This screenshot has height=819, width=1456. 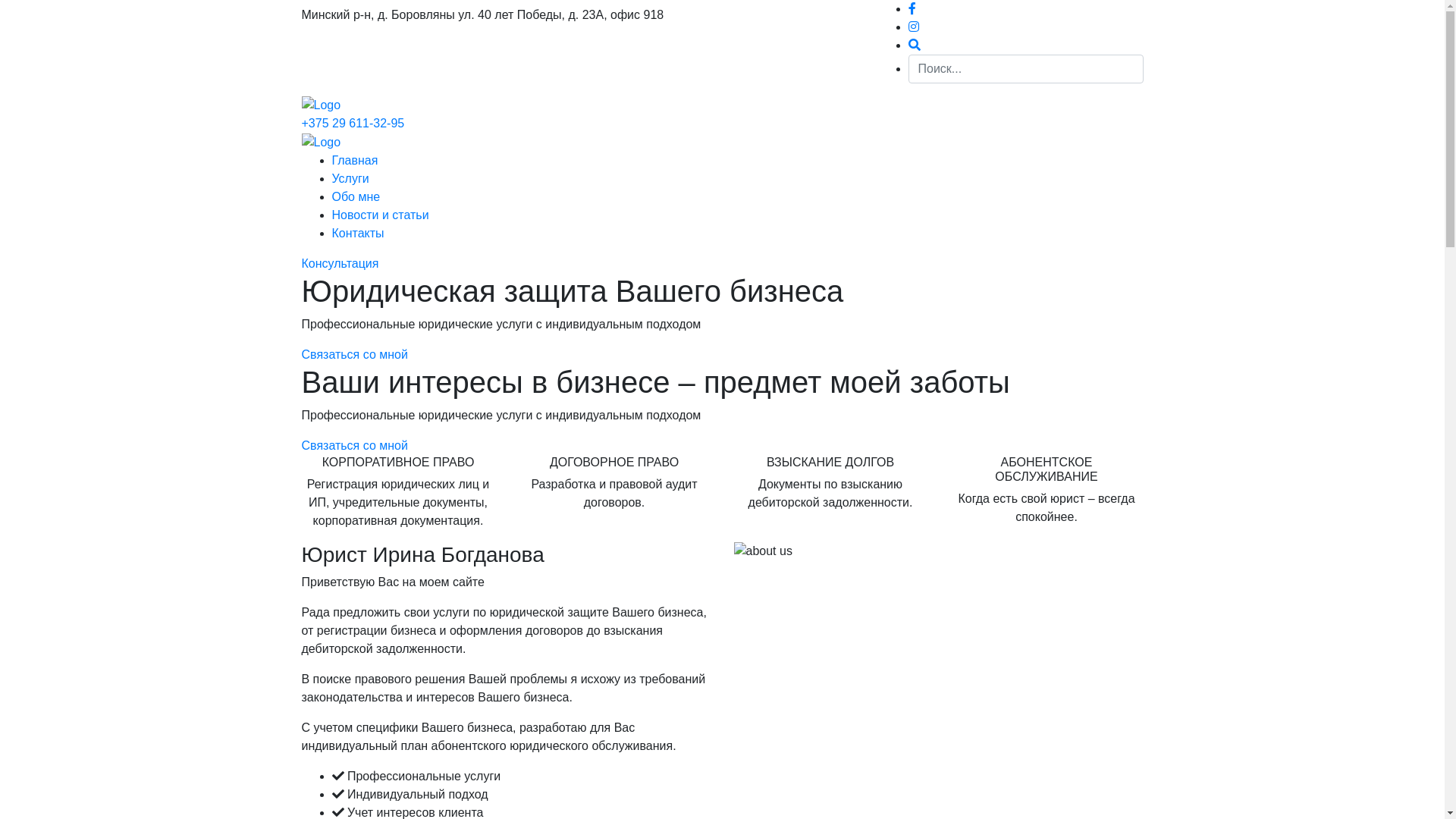 I want to click on '+375 29 611-32-95', so click(x=352, y=122).